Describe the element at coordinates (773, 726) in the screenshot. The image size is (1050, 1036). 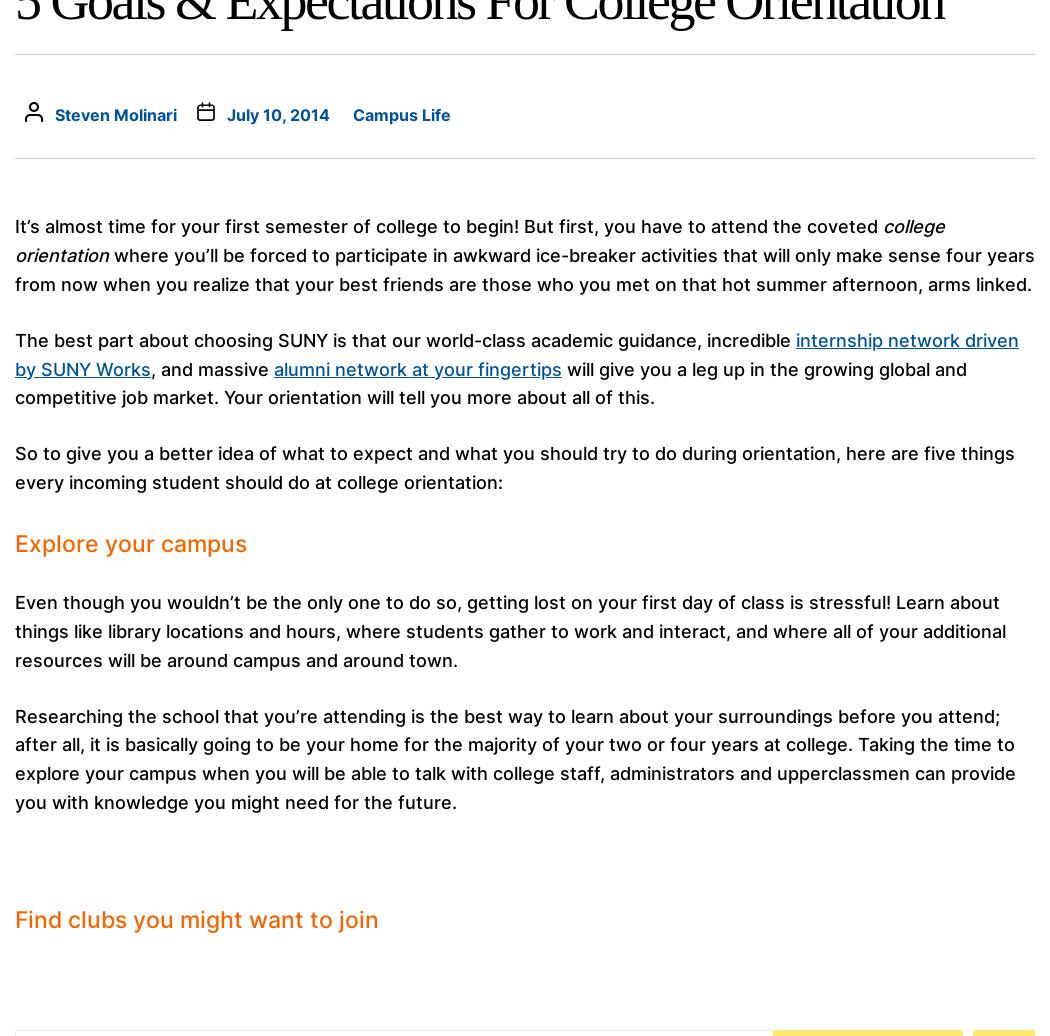
I see `'How SUNY Keeps College Affordable & Puts Students on a Path to Success'` at that location.